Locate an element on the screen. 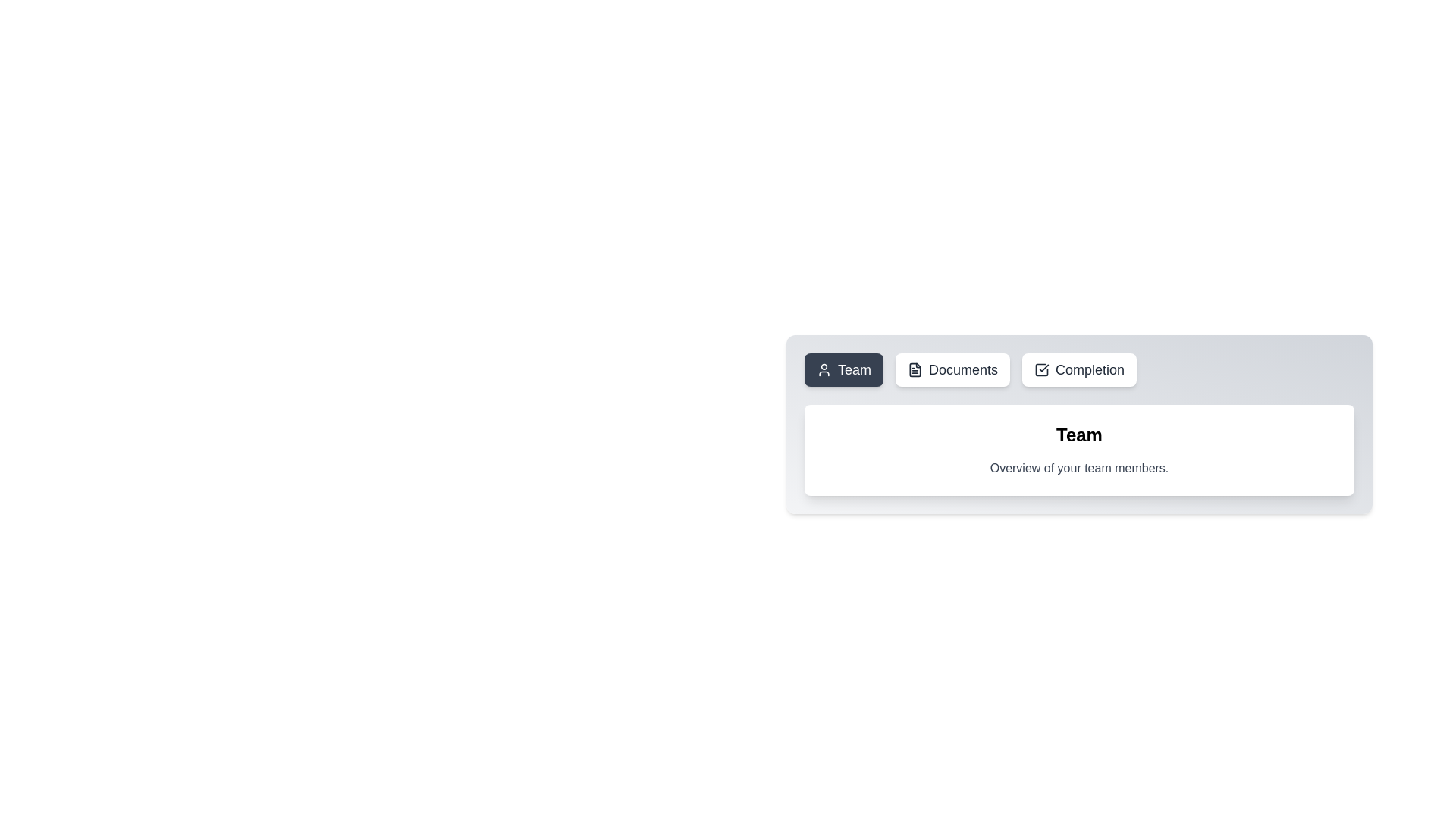 Image resolution: width=1456 pixels, height=819 pixels. the middle button labeled 'Documents' is located at coordinates (952, 370).